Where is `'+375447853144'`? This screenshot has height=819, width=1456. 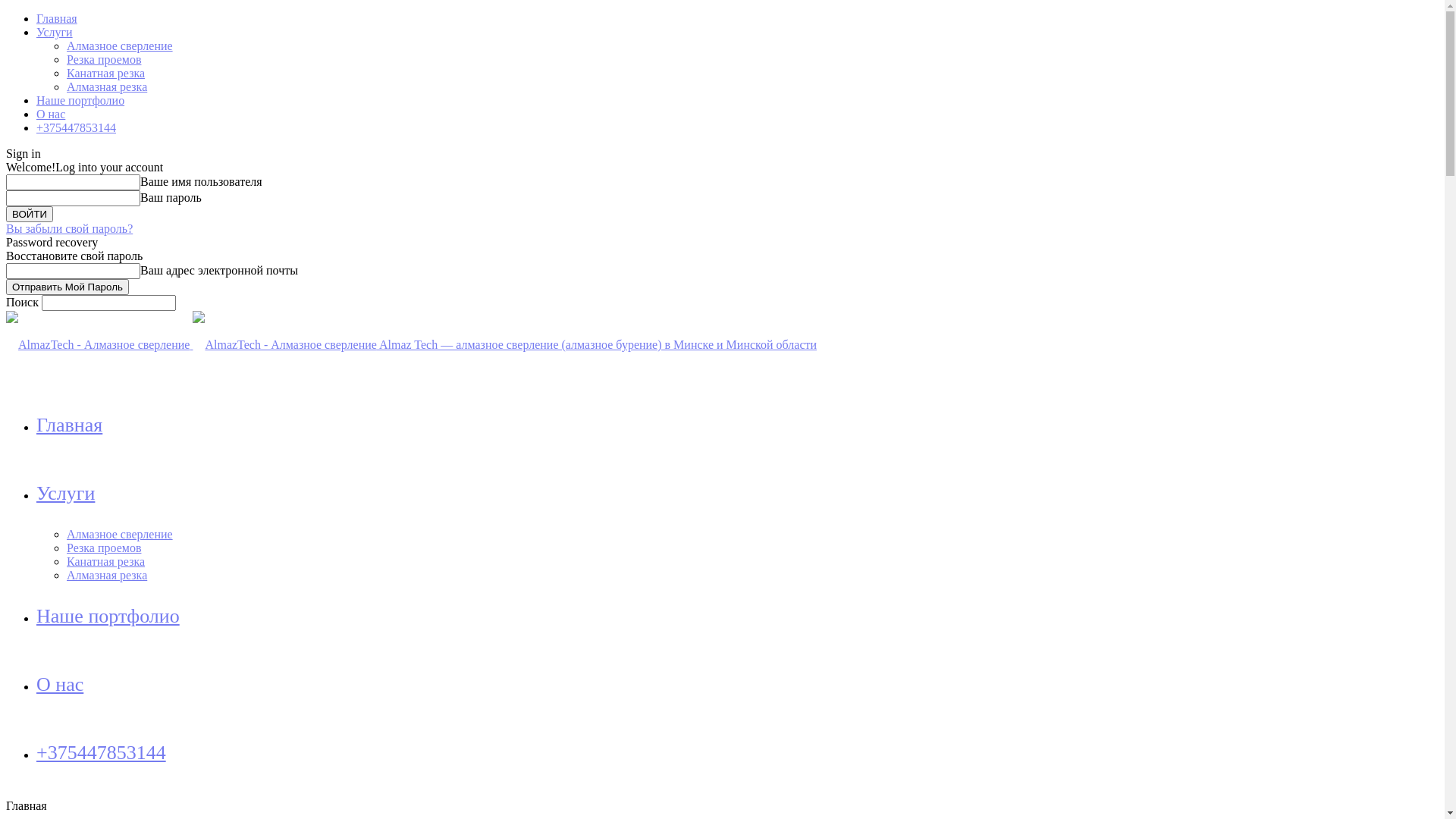 '+375447853144' is located at coordinates (75, 127).